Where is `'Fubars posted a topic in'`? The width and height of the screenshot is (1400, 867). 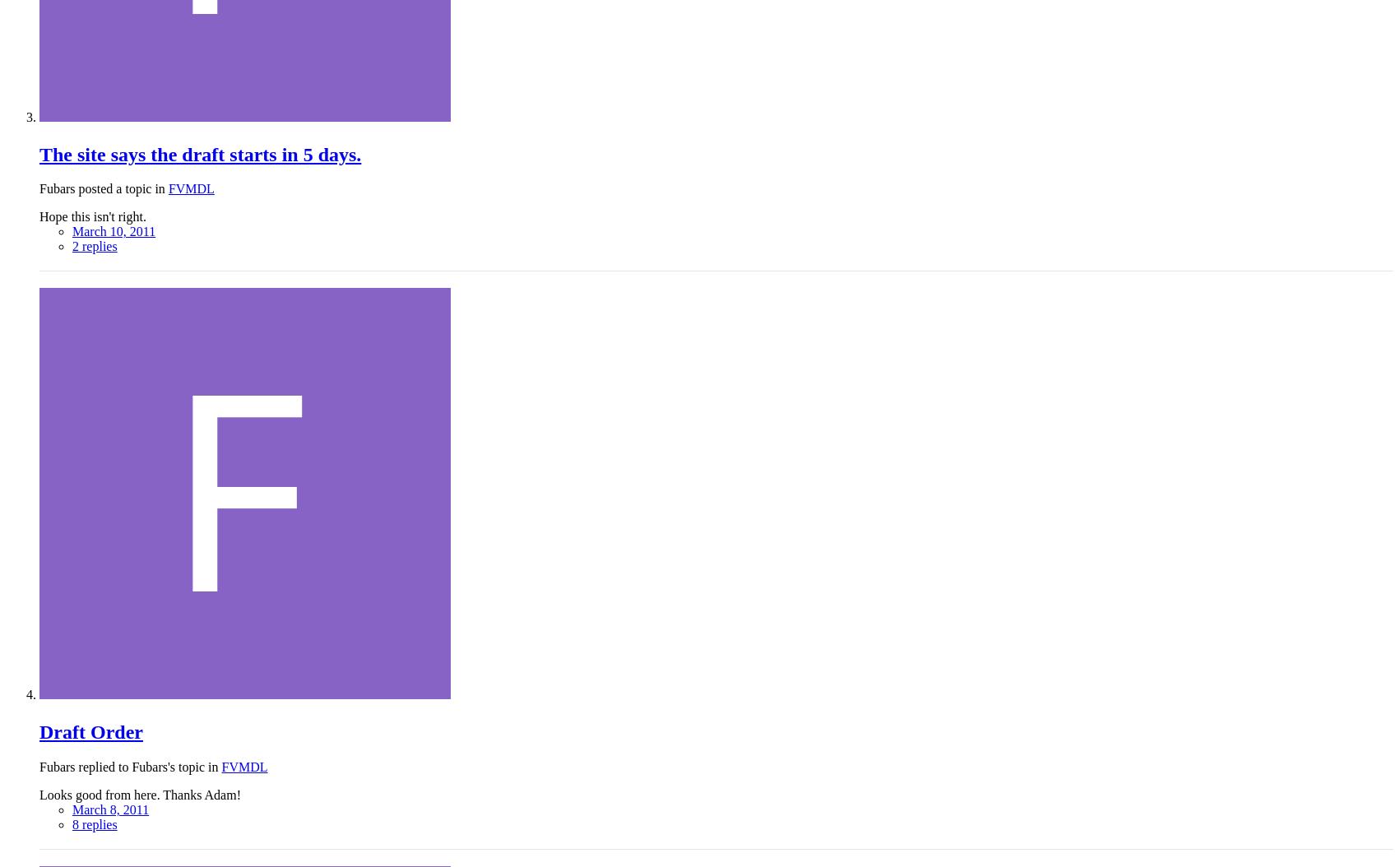
'Fubars posted a topic in' is located at coordinates (103, 188).